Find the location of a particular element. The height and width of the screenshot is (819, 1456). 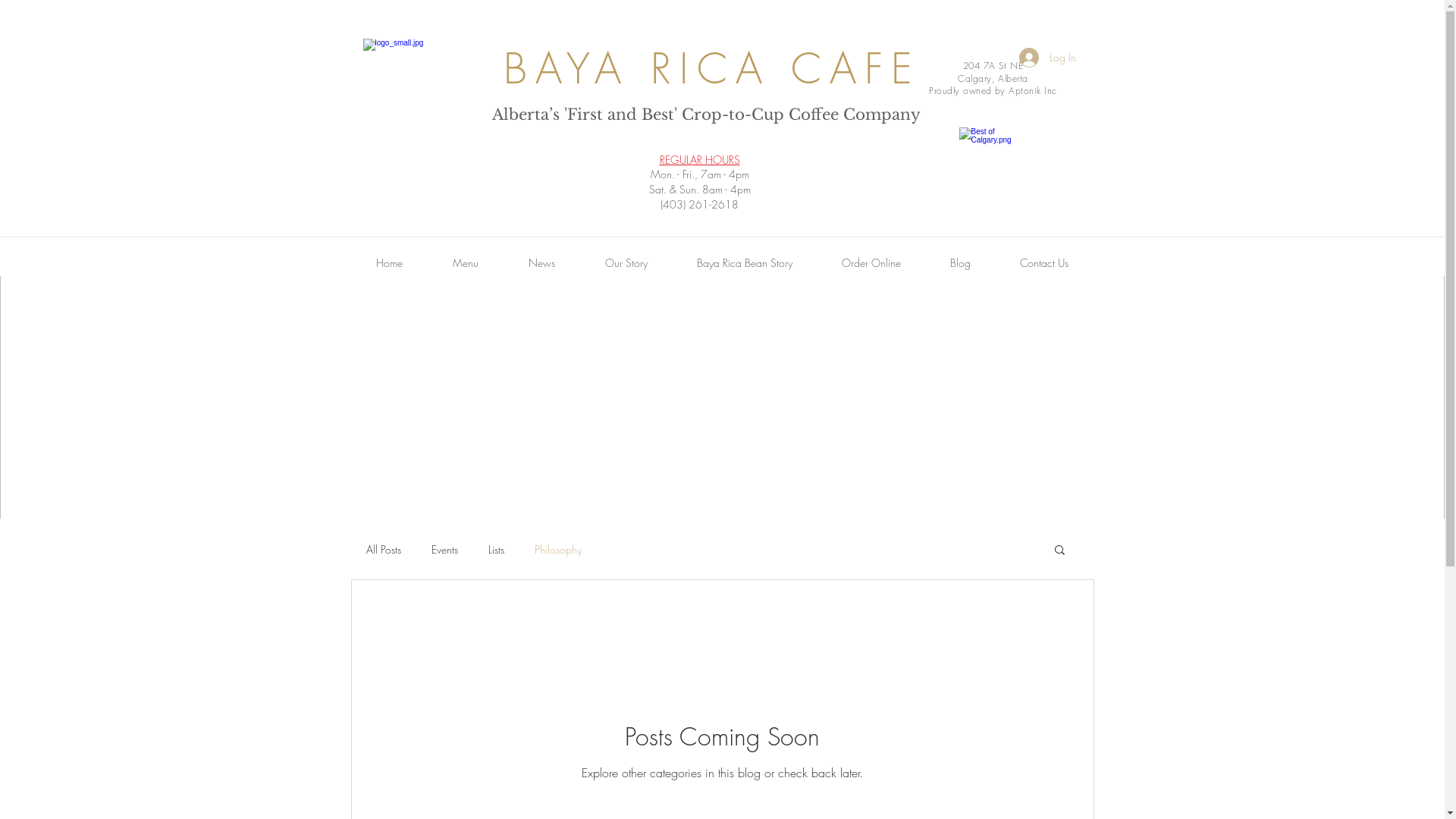

'Contact Us' is located at coordinates (1043, 262).